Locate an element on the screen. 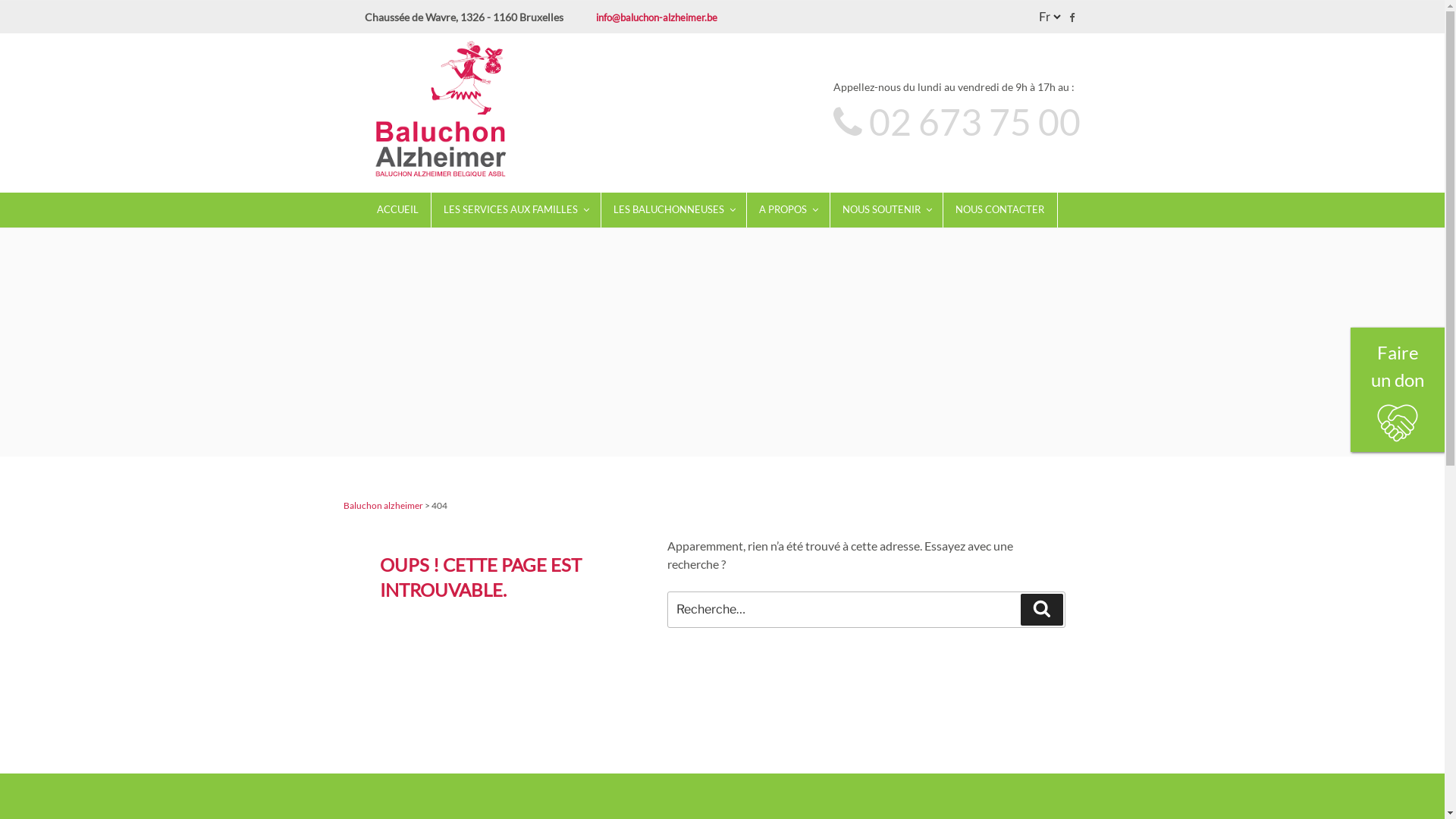 The height and width of the screenshot is (819, 1456). 'Recherche' is located at coordinates (1040, 607).